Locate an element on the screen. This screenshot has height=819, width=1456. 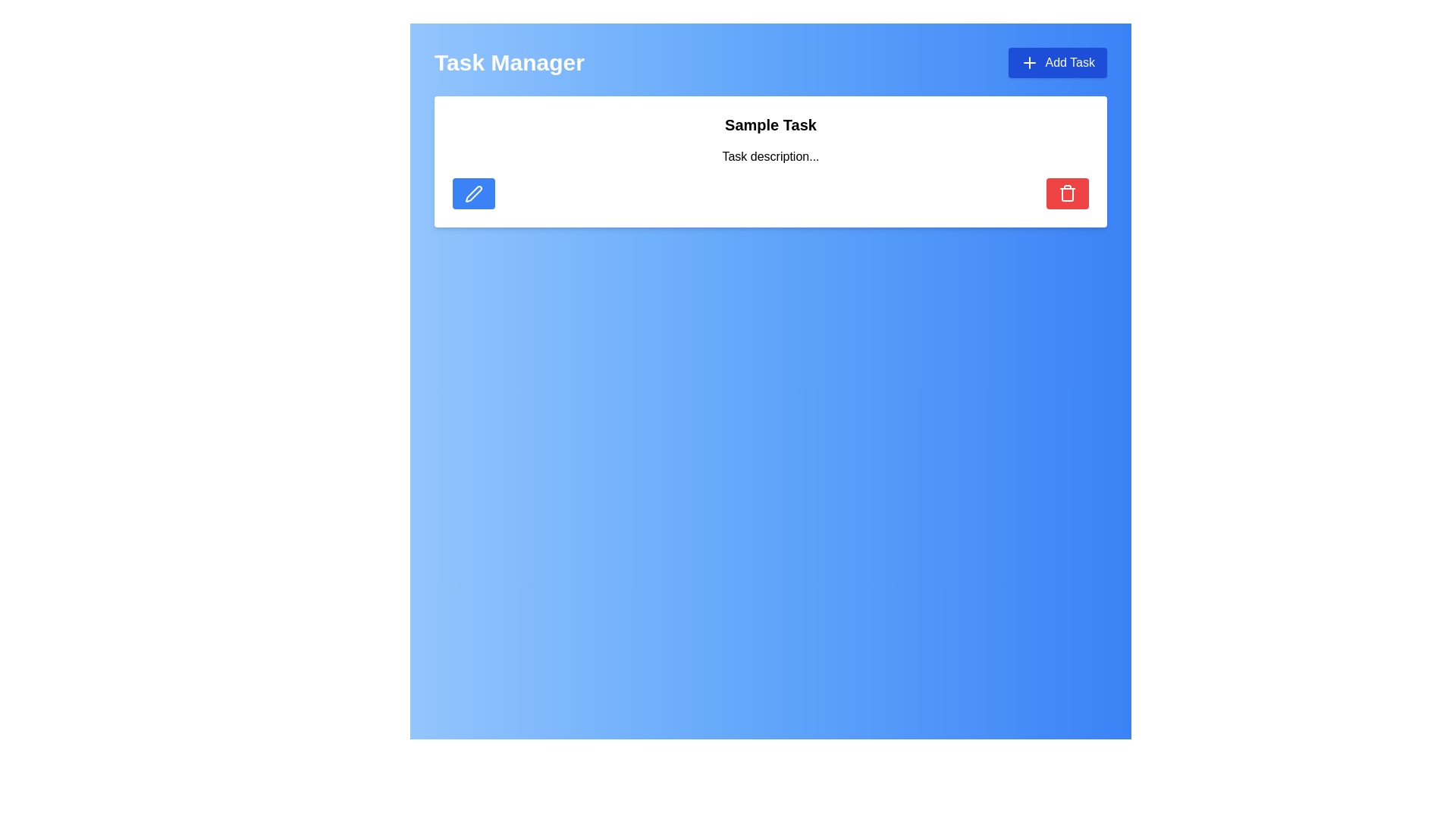
the red delete button with a trash bin icon is located at coordinates (1066, 192).